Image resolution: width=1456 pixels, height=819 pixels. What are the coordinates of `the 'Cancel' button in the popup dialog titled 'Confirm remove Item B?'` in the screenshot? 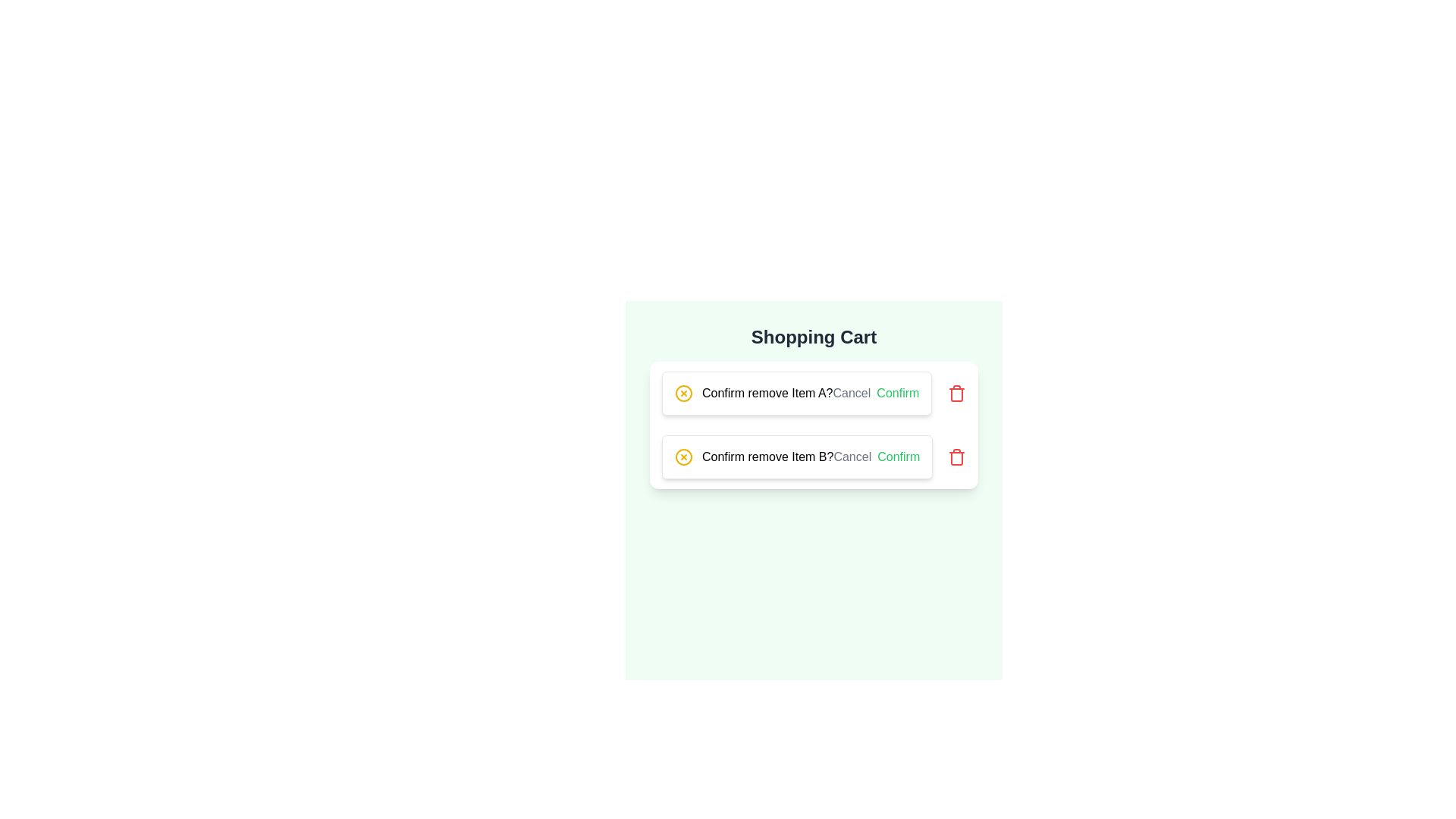 It's located at (852, 456).